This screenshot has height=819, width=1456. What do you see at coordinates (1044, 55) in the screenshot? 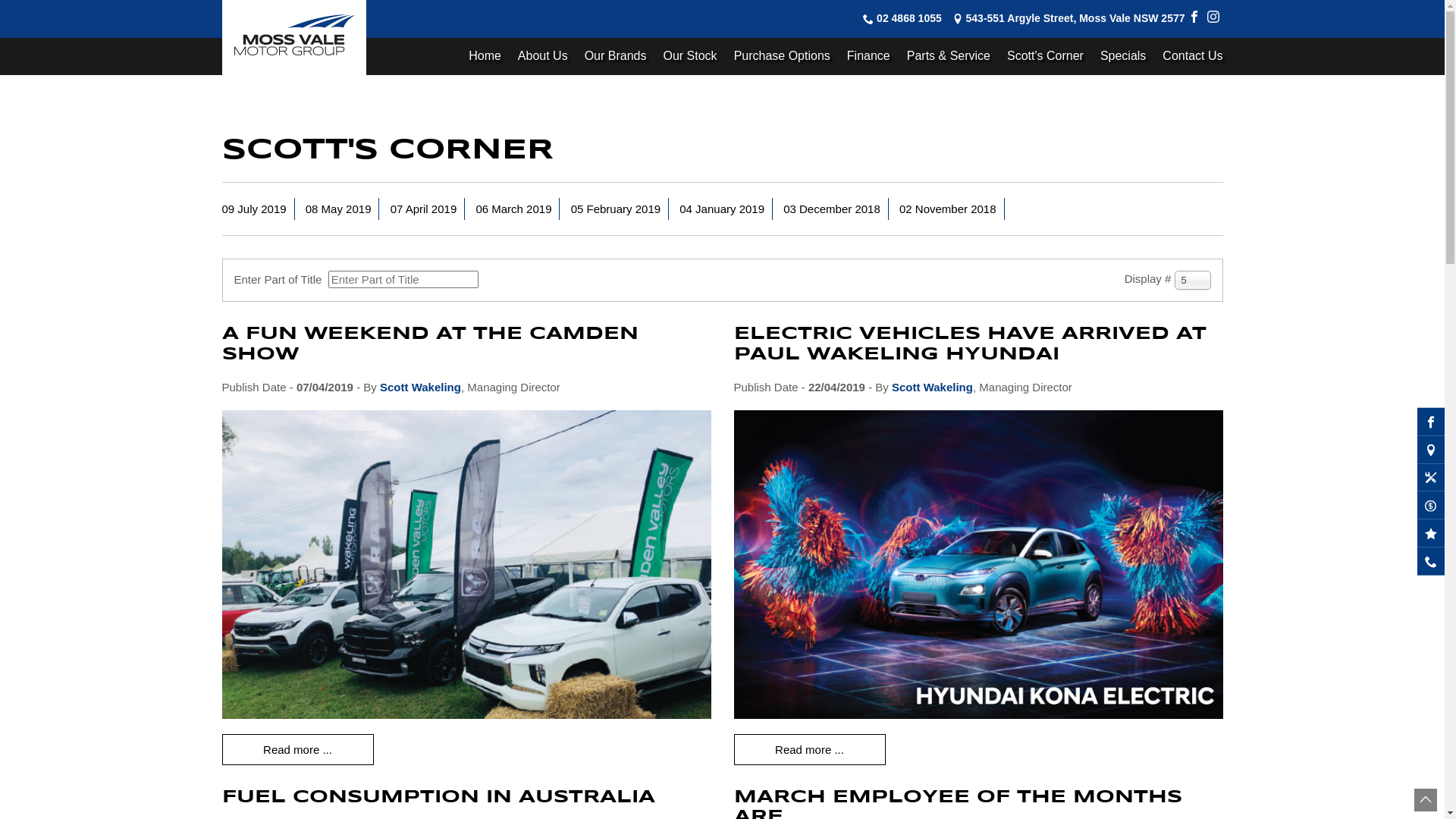
I see `'Scott's Corner'` at bounding box center [1044, 55].